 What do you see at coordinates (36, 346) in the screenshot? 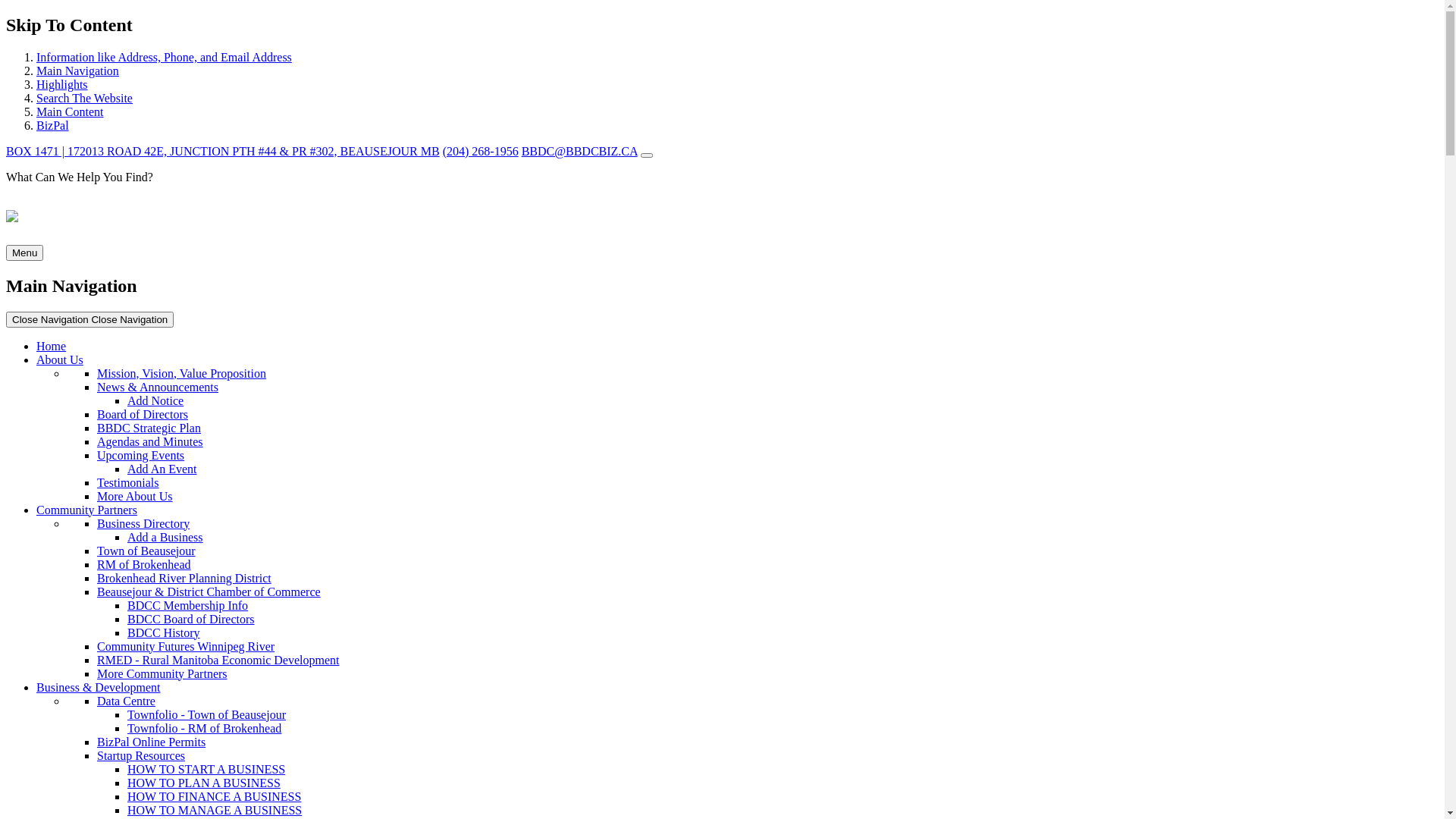
I see `'Home'` at bounding box center [36, 346].